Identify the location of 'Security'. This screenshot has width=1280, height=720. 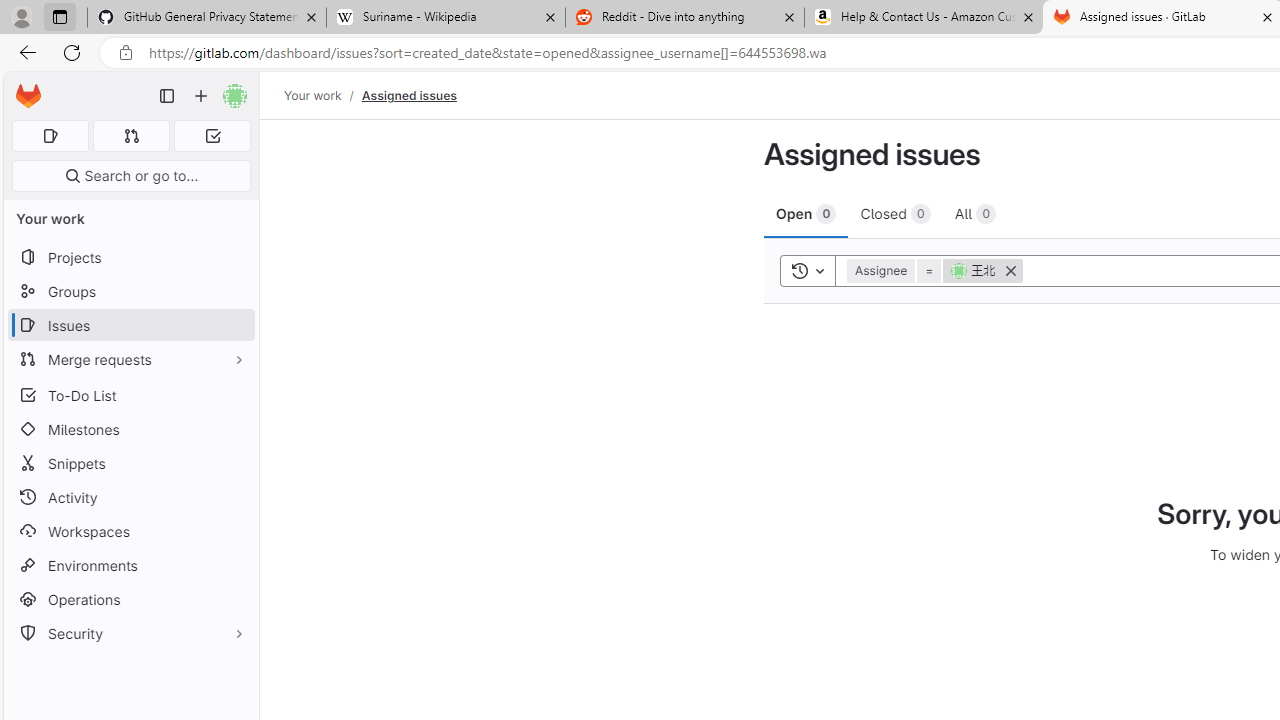
(130, 633).